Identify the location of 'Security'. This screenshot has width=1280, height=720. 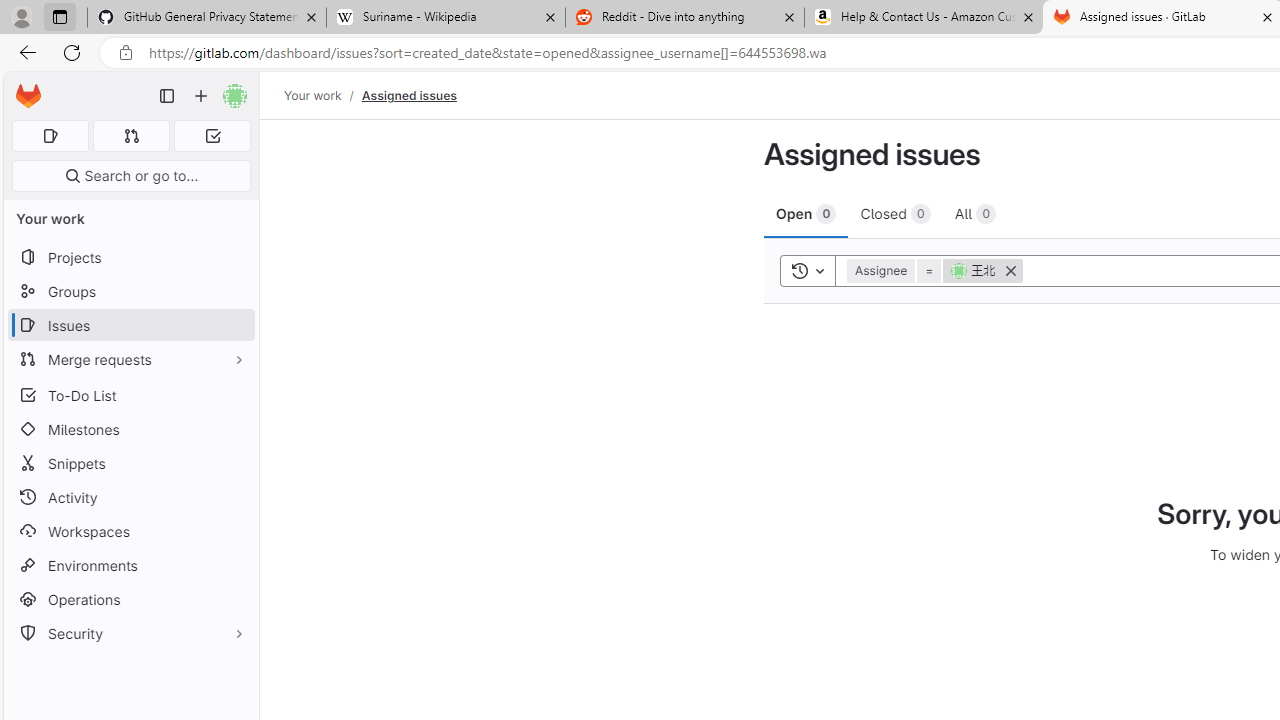
(130, 633).